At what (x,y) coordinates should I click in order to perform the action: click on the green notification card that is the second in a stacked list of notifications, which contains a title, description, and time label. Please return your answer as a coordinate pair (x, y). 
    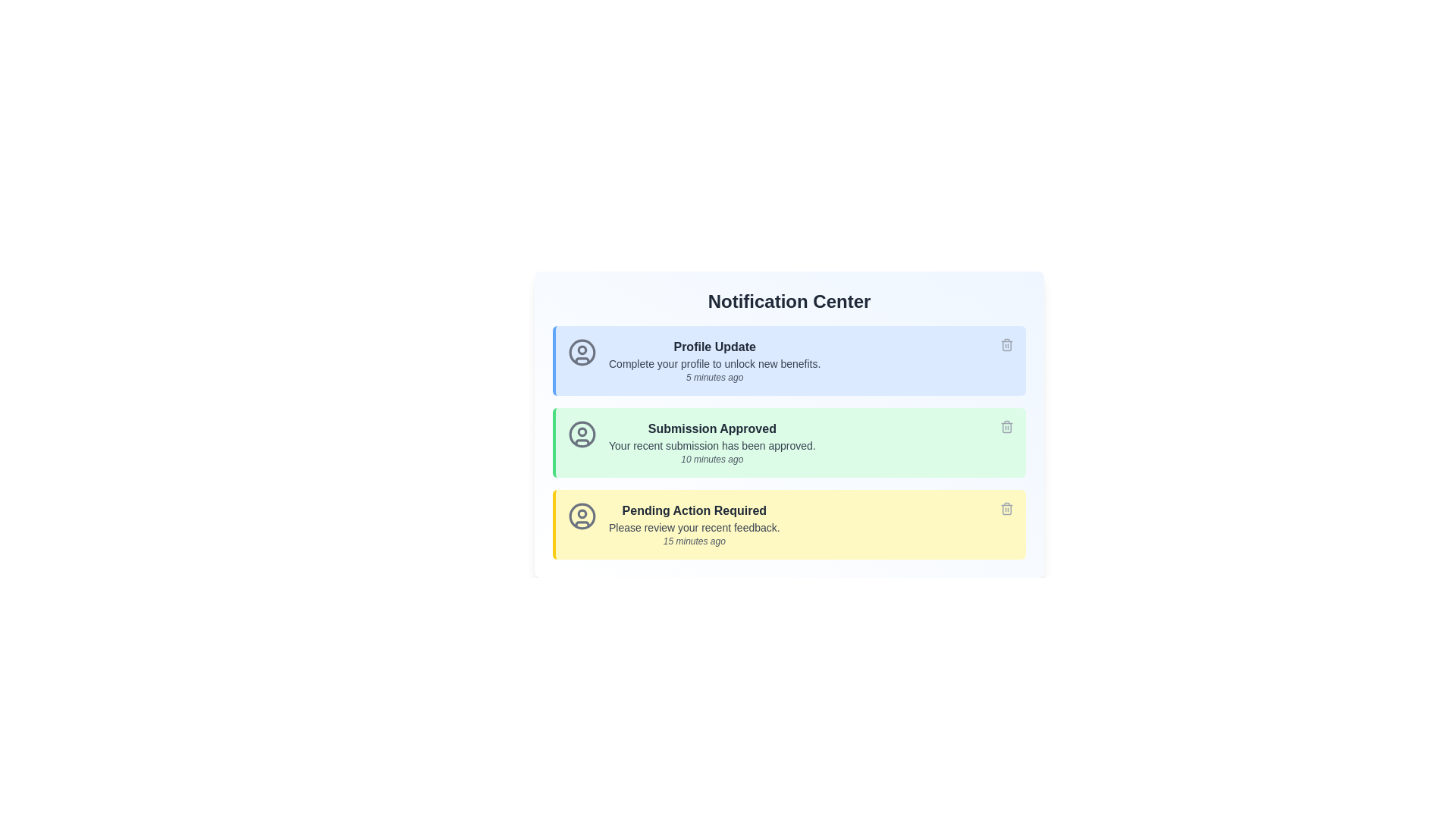
    Looking at the image, I should click on (789, 442).